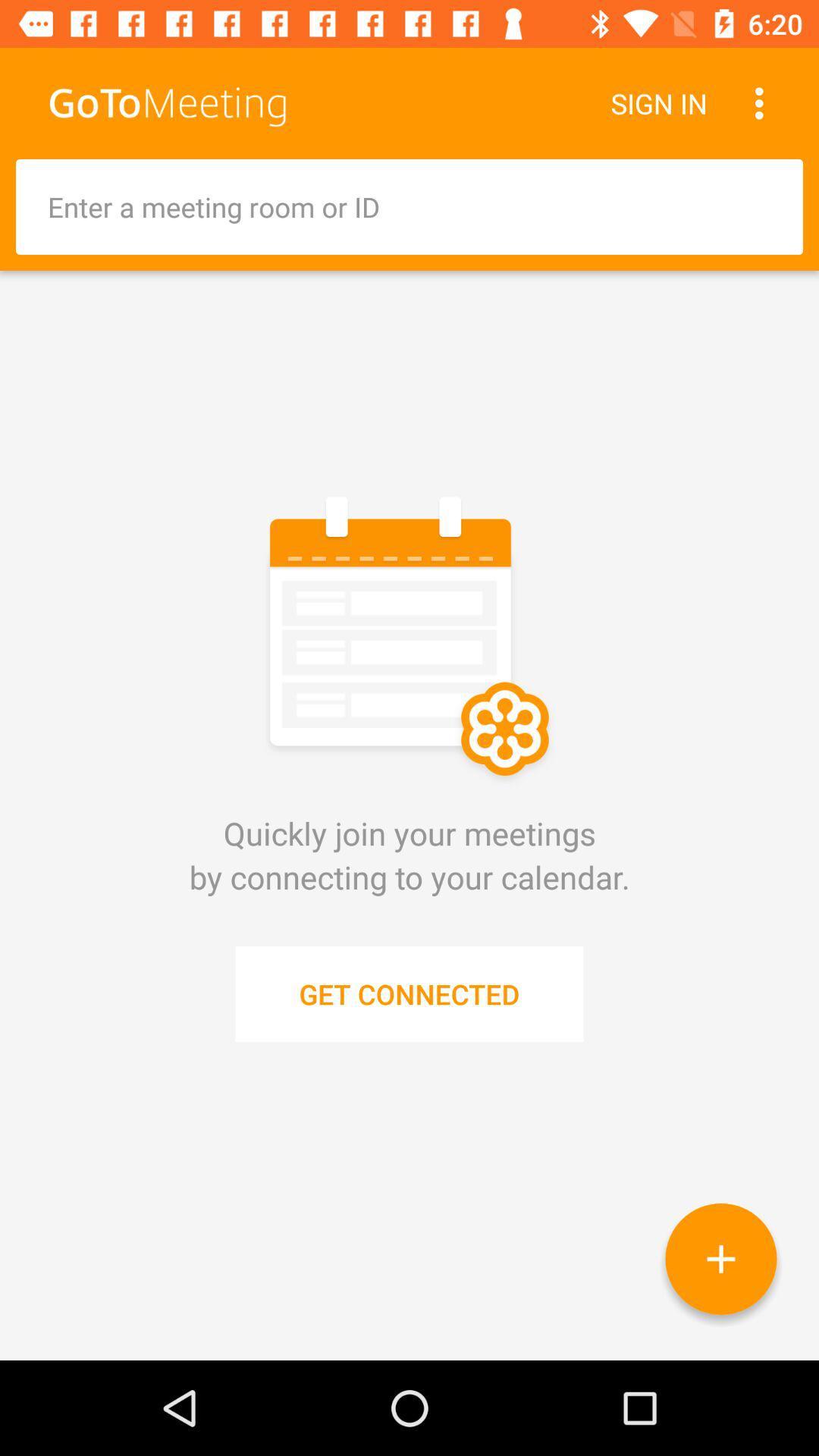 The image size is (819, 1456). Describe the element at coordinates (409, 206) in the screenshot. I see `meeting room or i.d` at that location.